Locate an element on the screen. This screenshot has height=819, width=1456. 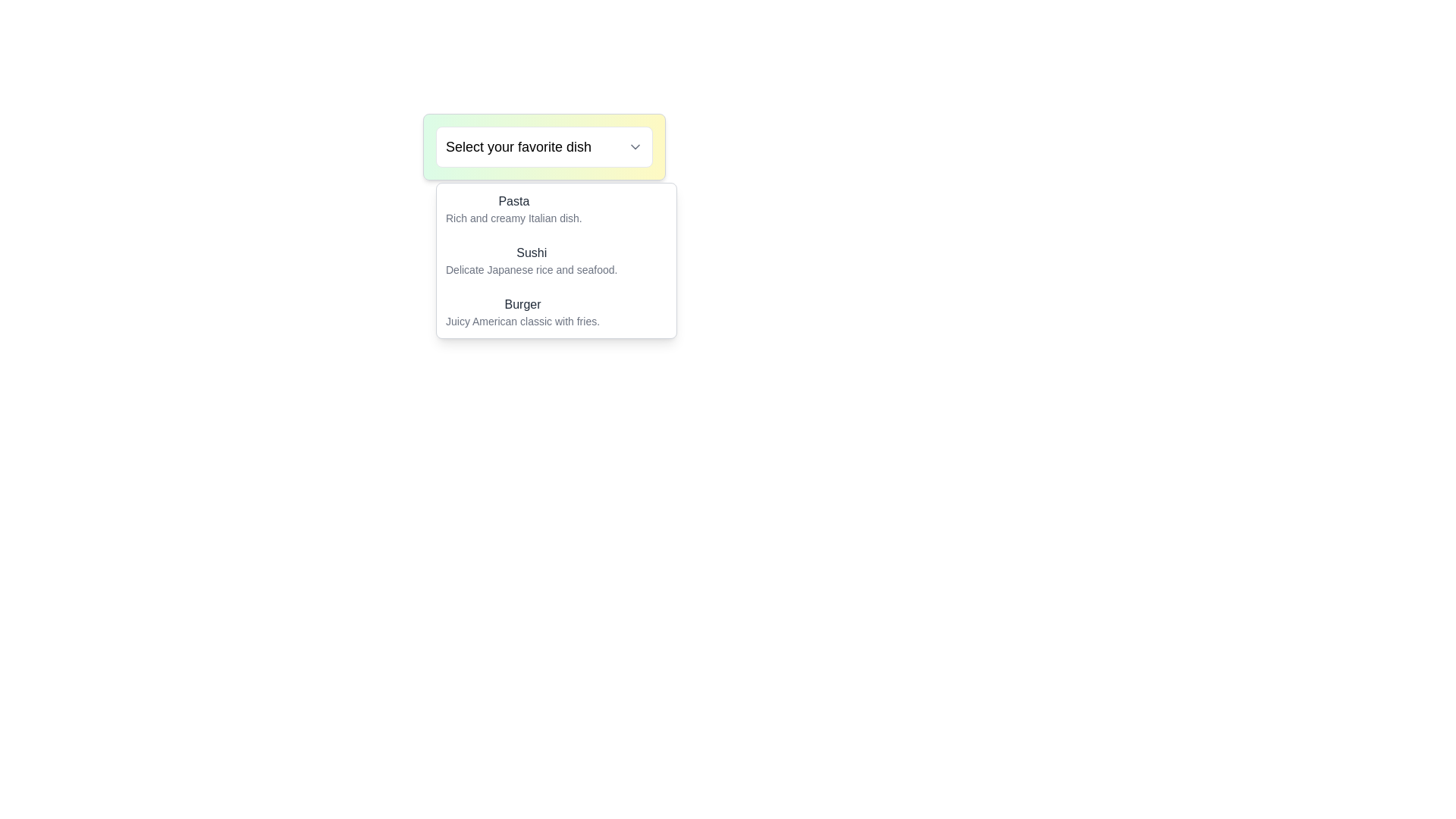
the content of the 'Pasta' label, which is displayed in medium font weight and gray hue, positioned at the top of the first menu item in the dropdown is located at coordinates (513, 201).